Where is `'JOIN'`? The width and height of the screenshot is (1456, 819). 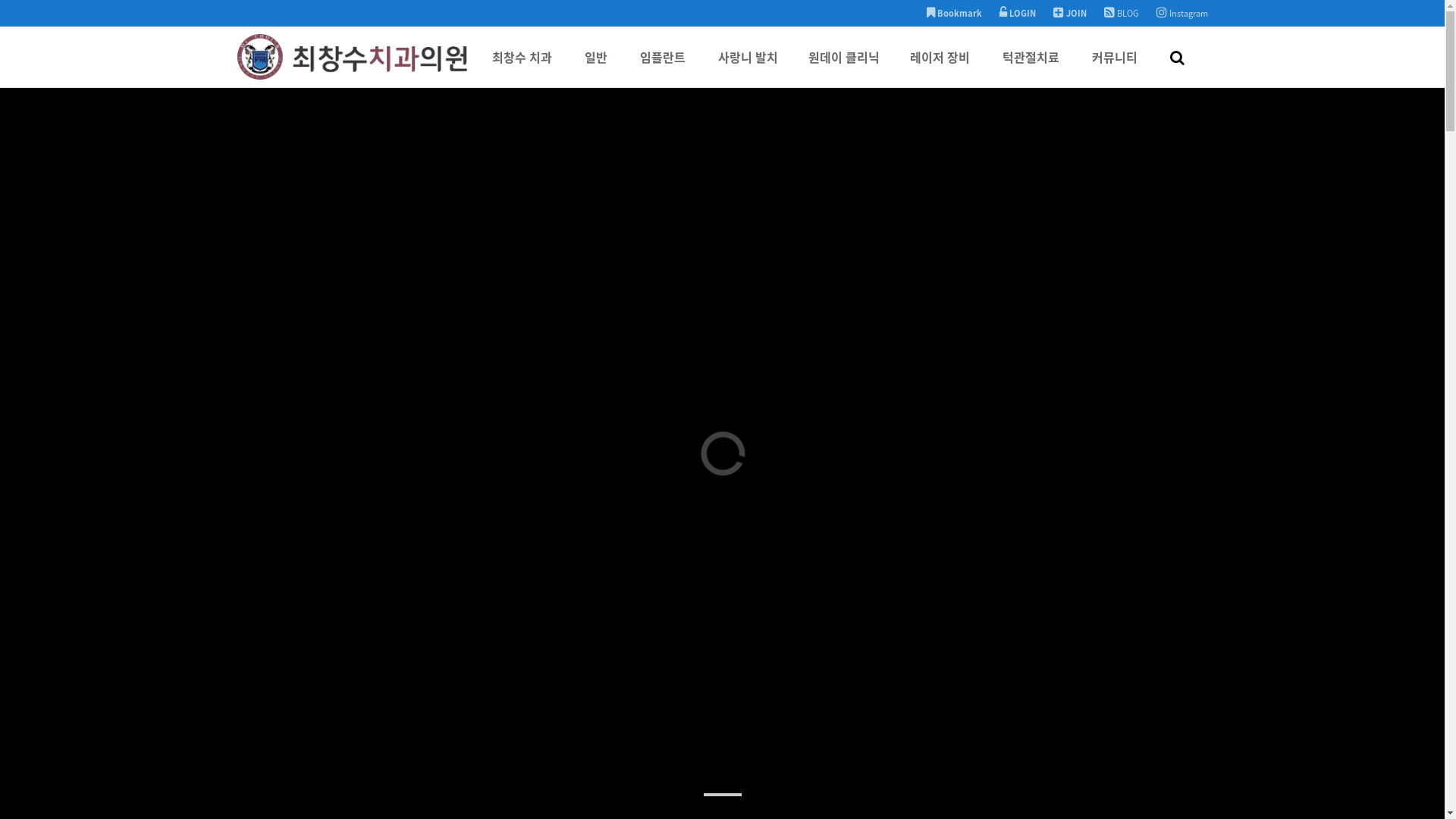
'JOIN' is located at coordinates (1068, 13).